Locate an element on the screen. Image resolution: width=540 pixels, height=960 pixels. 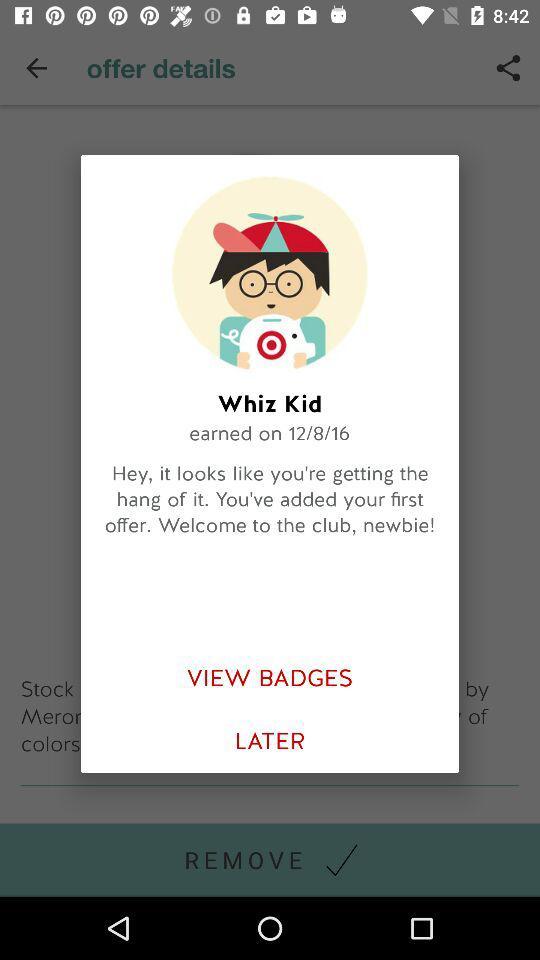
item below the view badges icon is located at coordinates (270, 740).